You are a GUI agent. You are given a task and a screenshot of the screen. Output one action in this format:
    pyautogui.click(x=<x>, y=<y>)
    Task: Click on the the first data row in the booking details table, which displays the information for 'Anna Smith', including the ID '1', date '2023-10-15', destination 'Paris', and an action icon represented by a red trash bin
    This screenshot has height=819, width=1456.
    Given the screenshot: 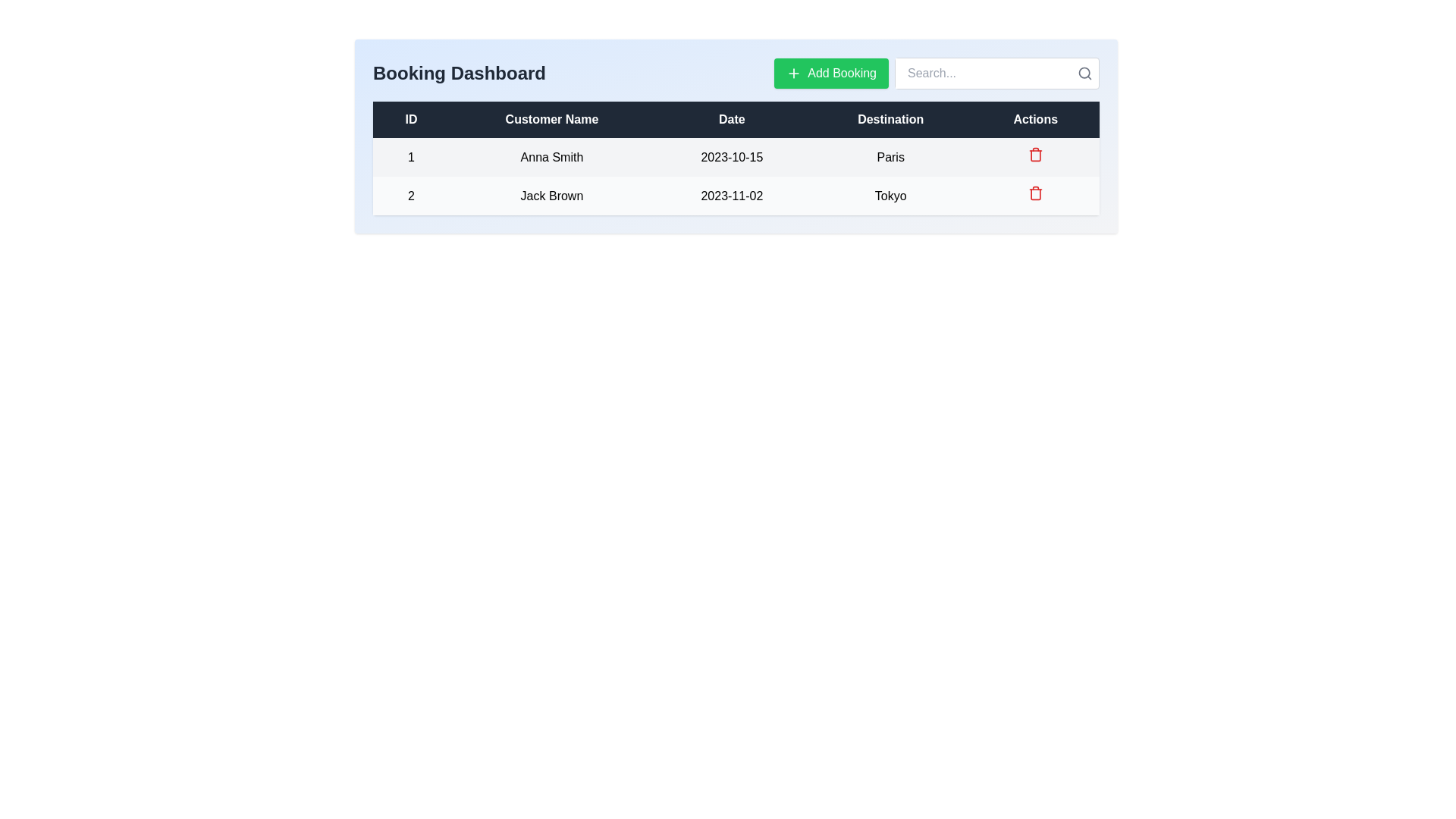 What is the action you would take?
    pyautogui.click(x=736, y=157)
    